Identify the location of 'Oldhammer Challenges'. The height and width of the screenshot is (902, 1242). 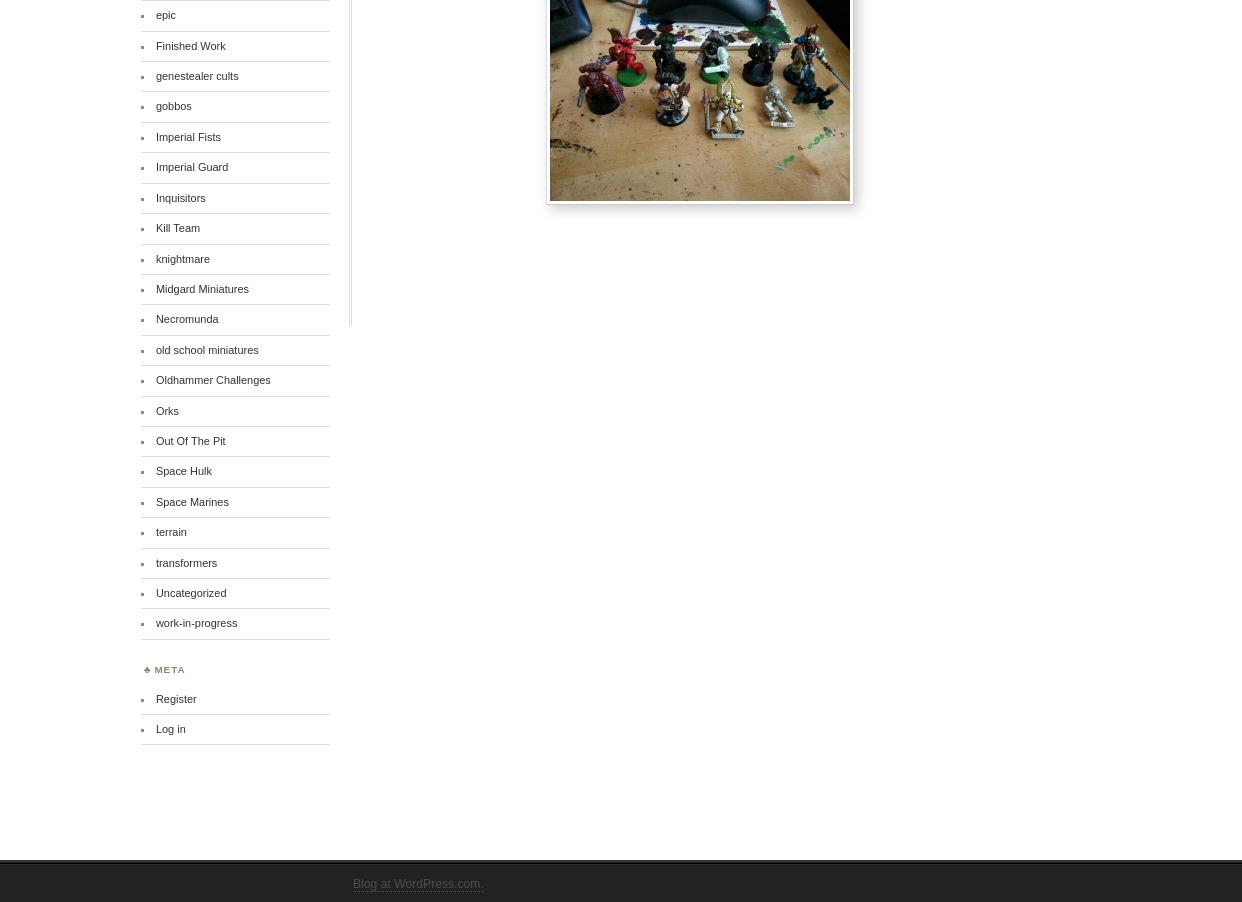
(212, 380).